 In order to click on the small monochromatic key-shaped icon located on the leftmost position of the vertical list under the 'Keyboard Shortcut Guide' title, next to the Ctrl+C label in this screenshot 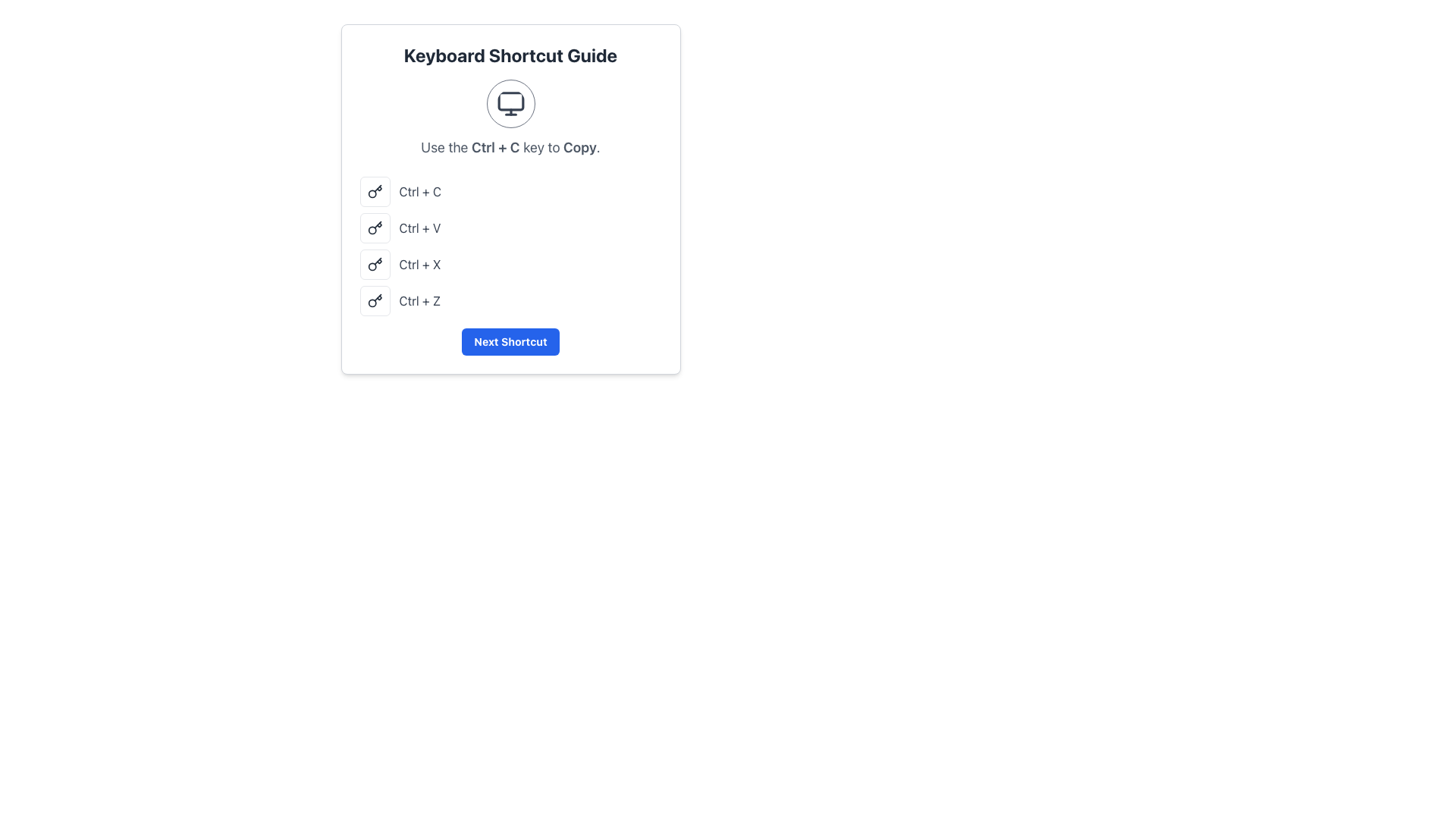, I will do `click(375, 191)`.